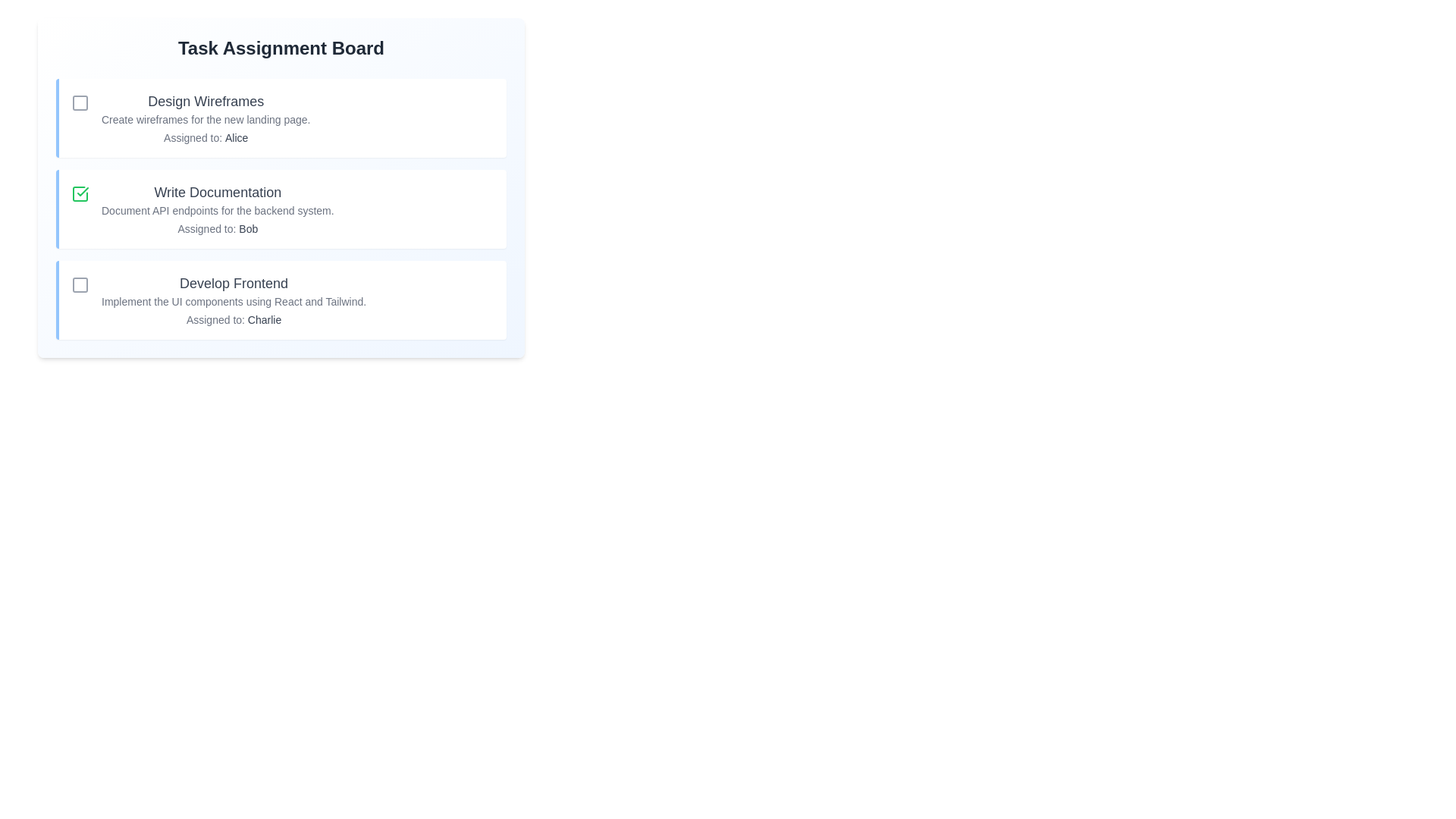  I want to click on description text block titled 'Design Wireframes' that contains details about creating wireframes for the new landing page, which is assigned to Alice, so click(205, 117).